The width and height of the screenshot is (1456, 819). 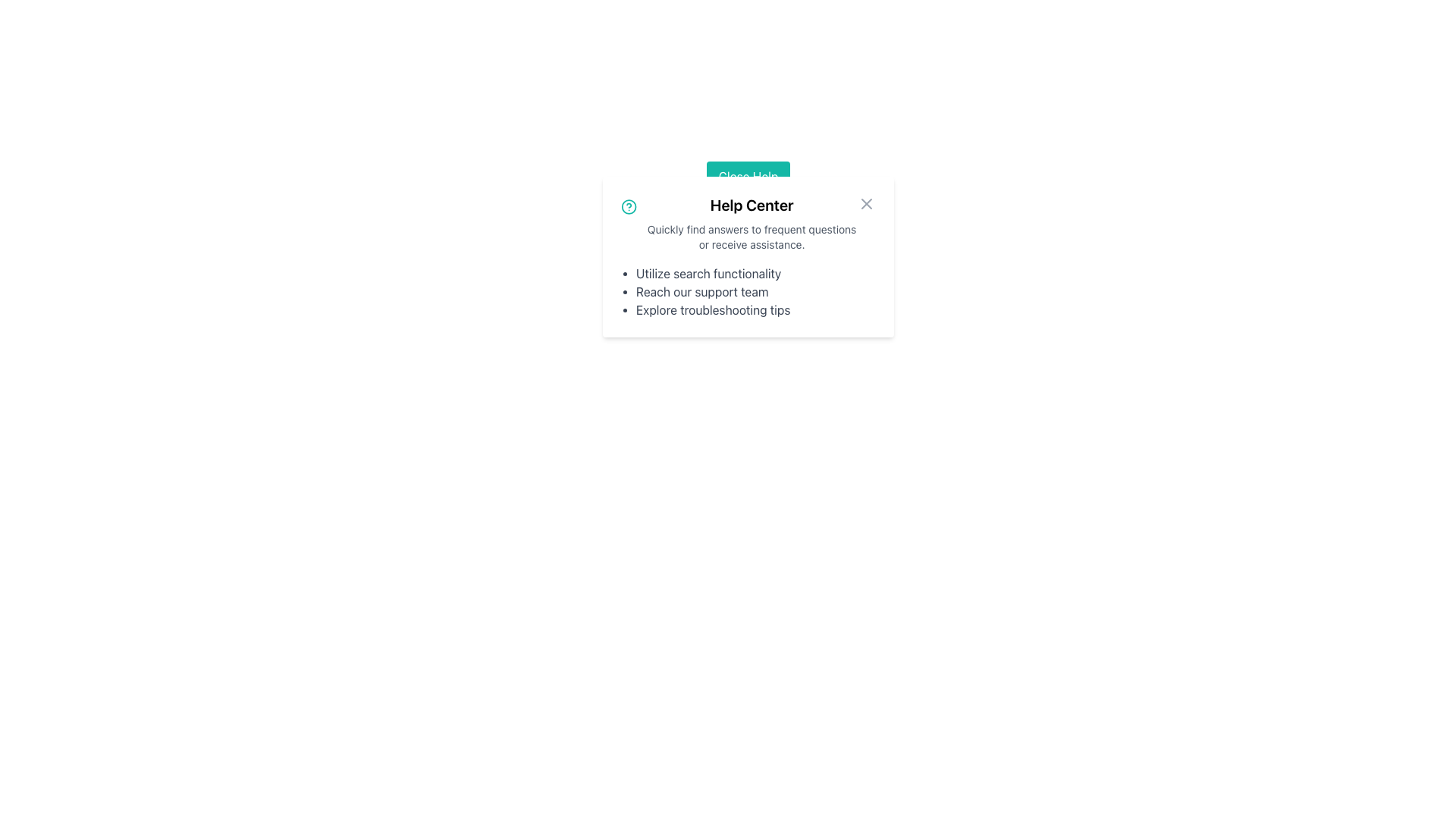 I want to click on the informational label at the top of the bulleted list in the Help Center interface, which guides users to utilize the search functionality, so click(x=756, y=274).